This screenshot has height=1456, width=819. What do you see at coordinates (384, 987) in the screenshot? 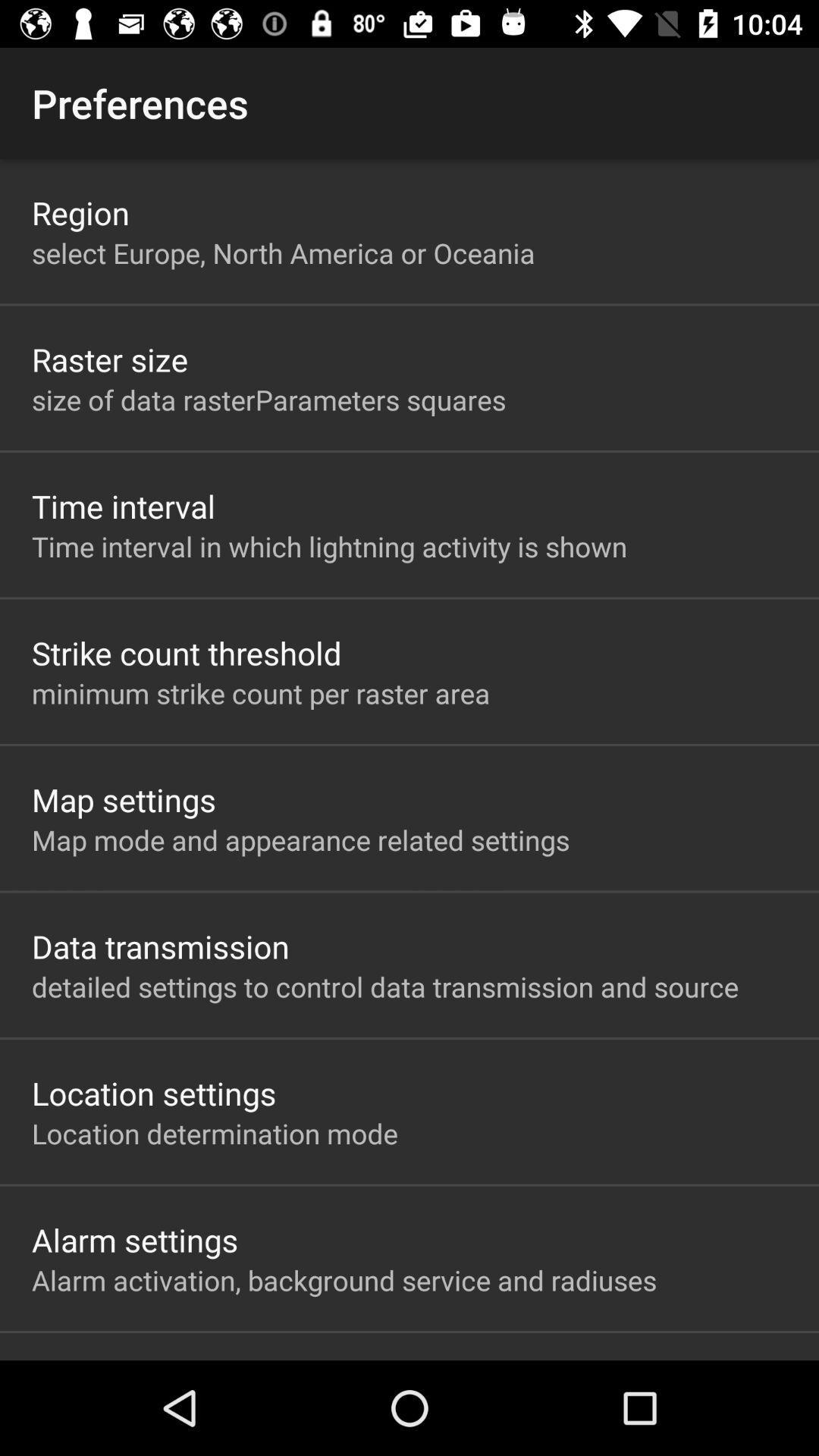
I see `app below the data transmission` at bounding box center [384, 987].